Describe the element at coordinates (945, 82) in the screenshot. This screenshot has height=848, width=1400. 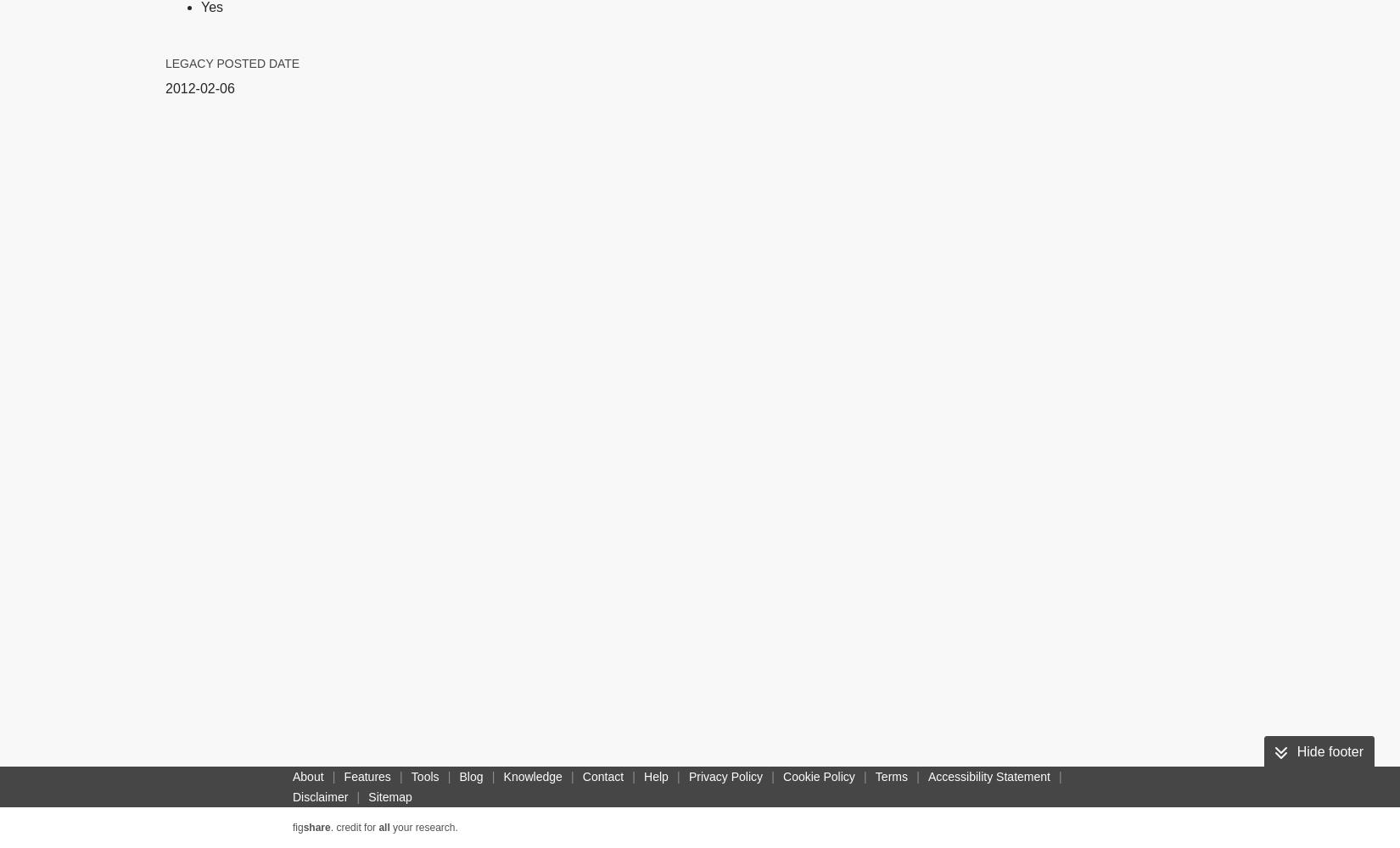
I see `'DC'` at that location.